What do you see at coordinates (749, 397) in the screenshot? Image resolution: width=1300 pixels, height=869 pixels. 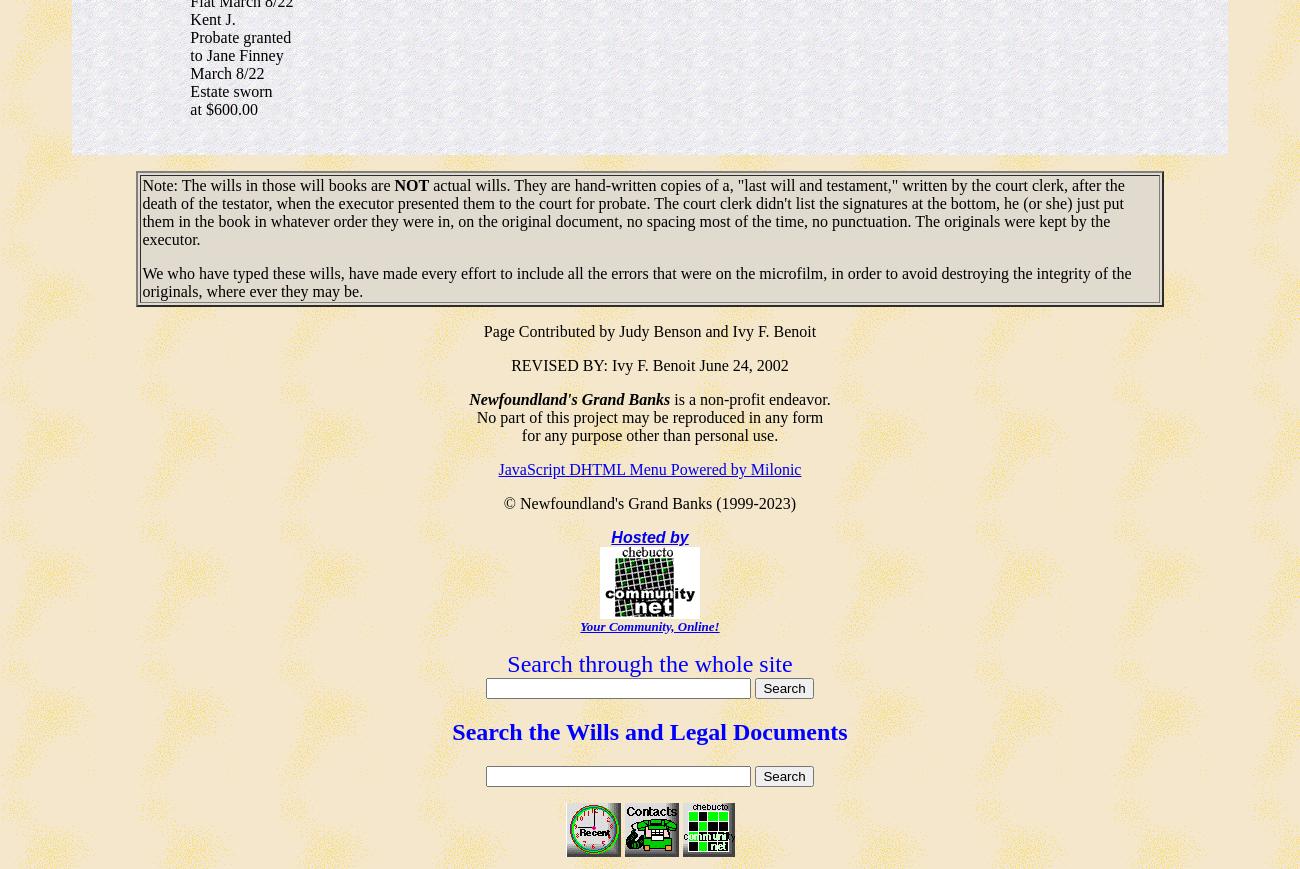 I see `'is a non-profit endeavor.'` at bounding box center [749, 397].